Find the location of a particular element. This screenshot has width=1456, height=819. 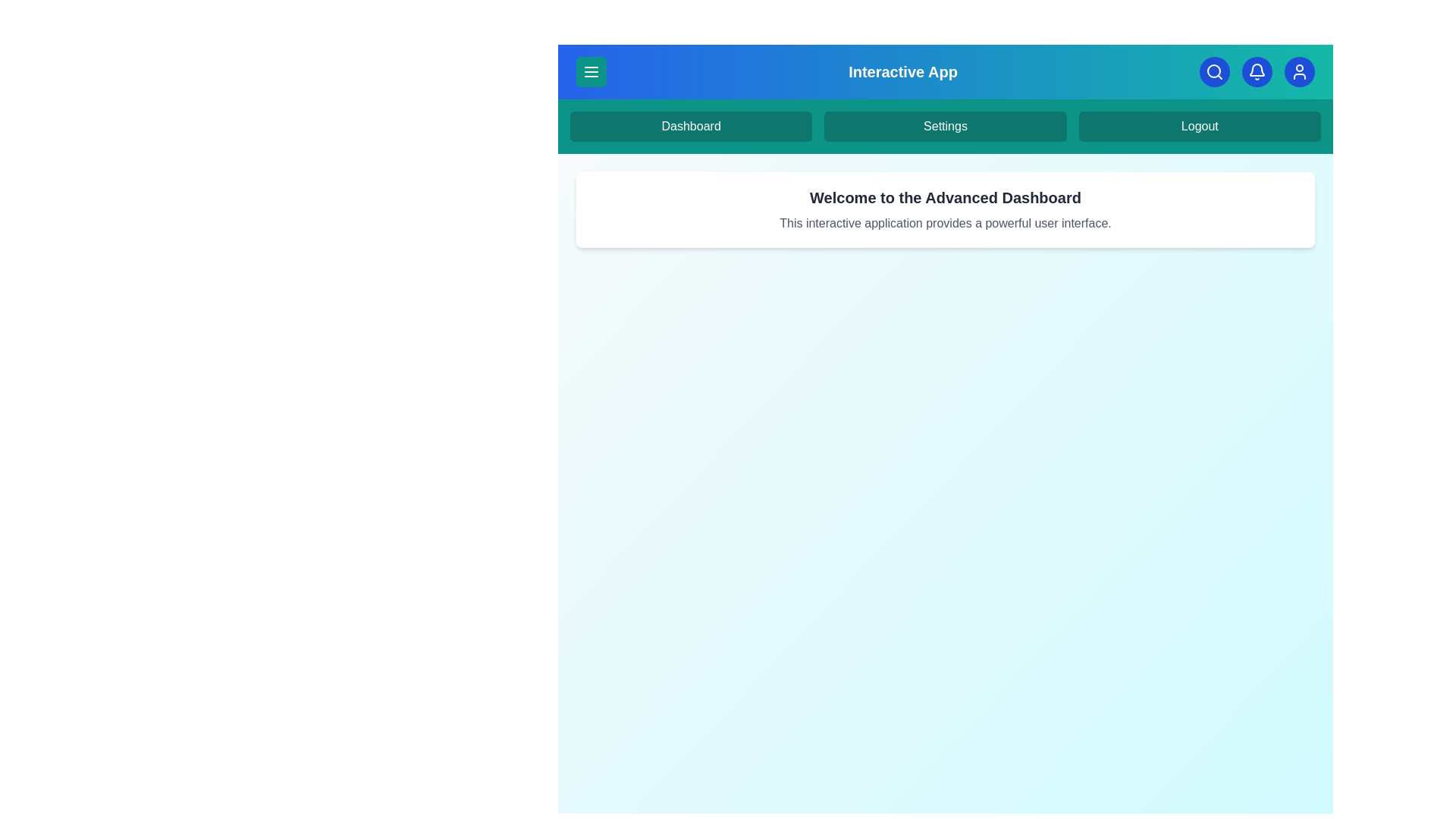

the menu button to toggle the menu visibility is located at coordinates (590, 72).